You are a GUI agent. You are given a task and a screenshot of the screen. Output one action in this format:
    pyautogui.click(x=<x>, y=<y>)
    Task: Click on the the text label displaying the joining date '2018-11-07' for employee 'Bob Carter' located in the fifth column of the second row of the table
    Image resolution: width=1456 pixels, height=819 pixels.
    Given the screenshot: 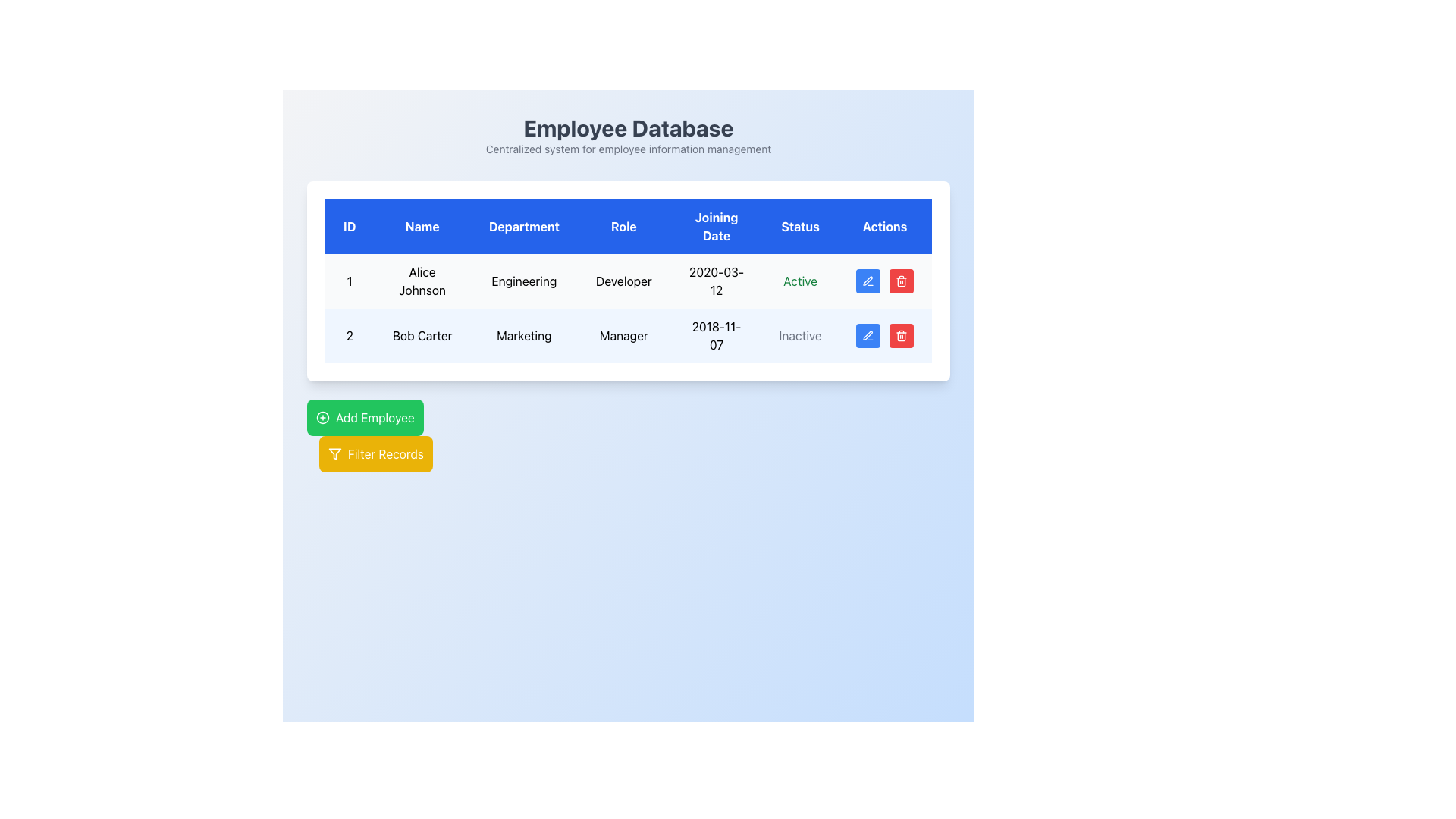 What is the action you would take?
    pyautogui.click(x=716, y=335)
    